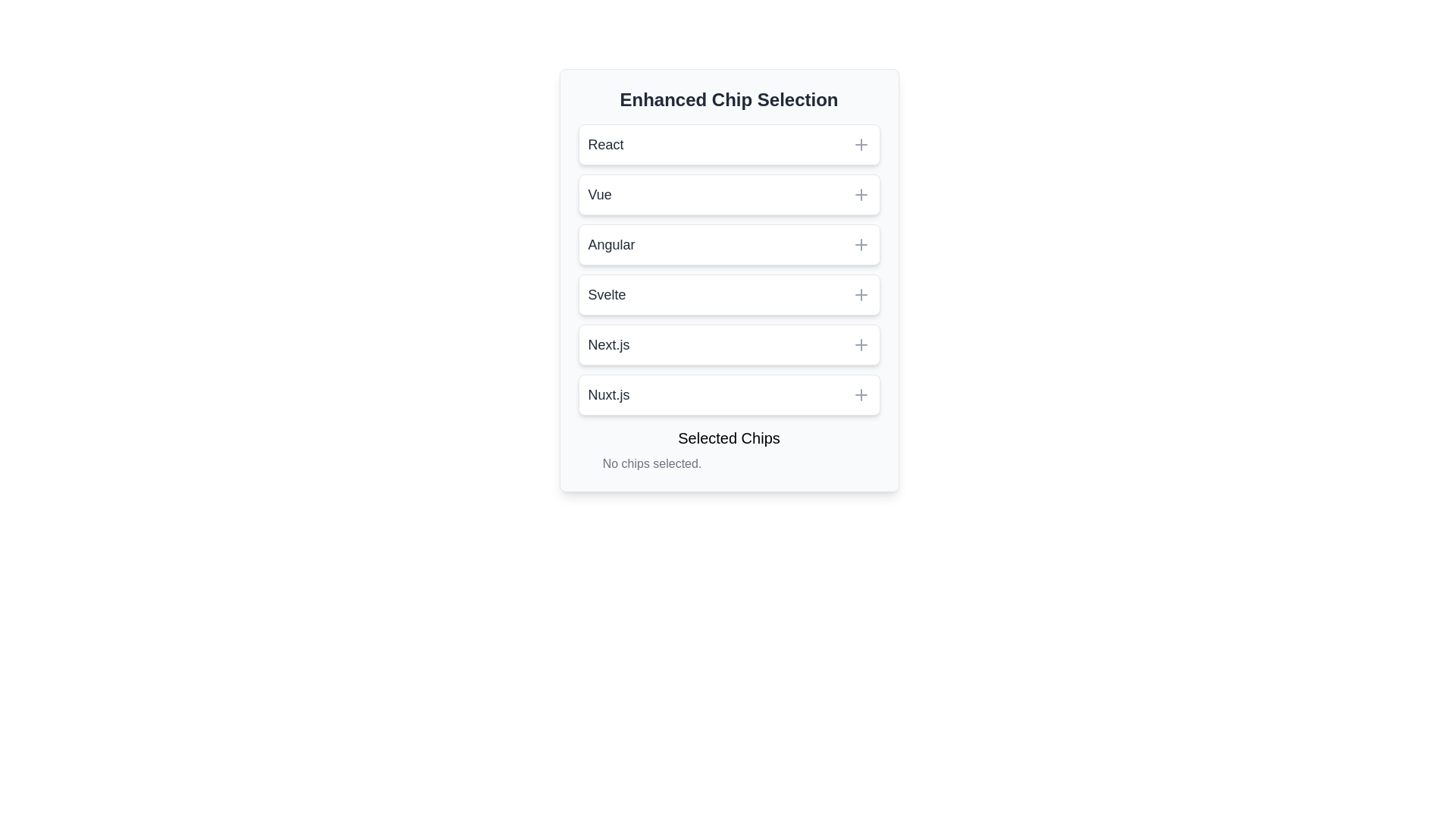  Describe the element at coordinates (729, 438) in the screenshot. I see `the text label displaying 'Selected Chips', which serves as a section title and is centrally aligned above 'No chips selected'` at that location.